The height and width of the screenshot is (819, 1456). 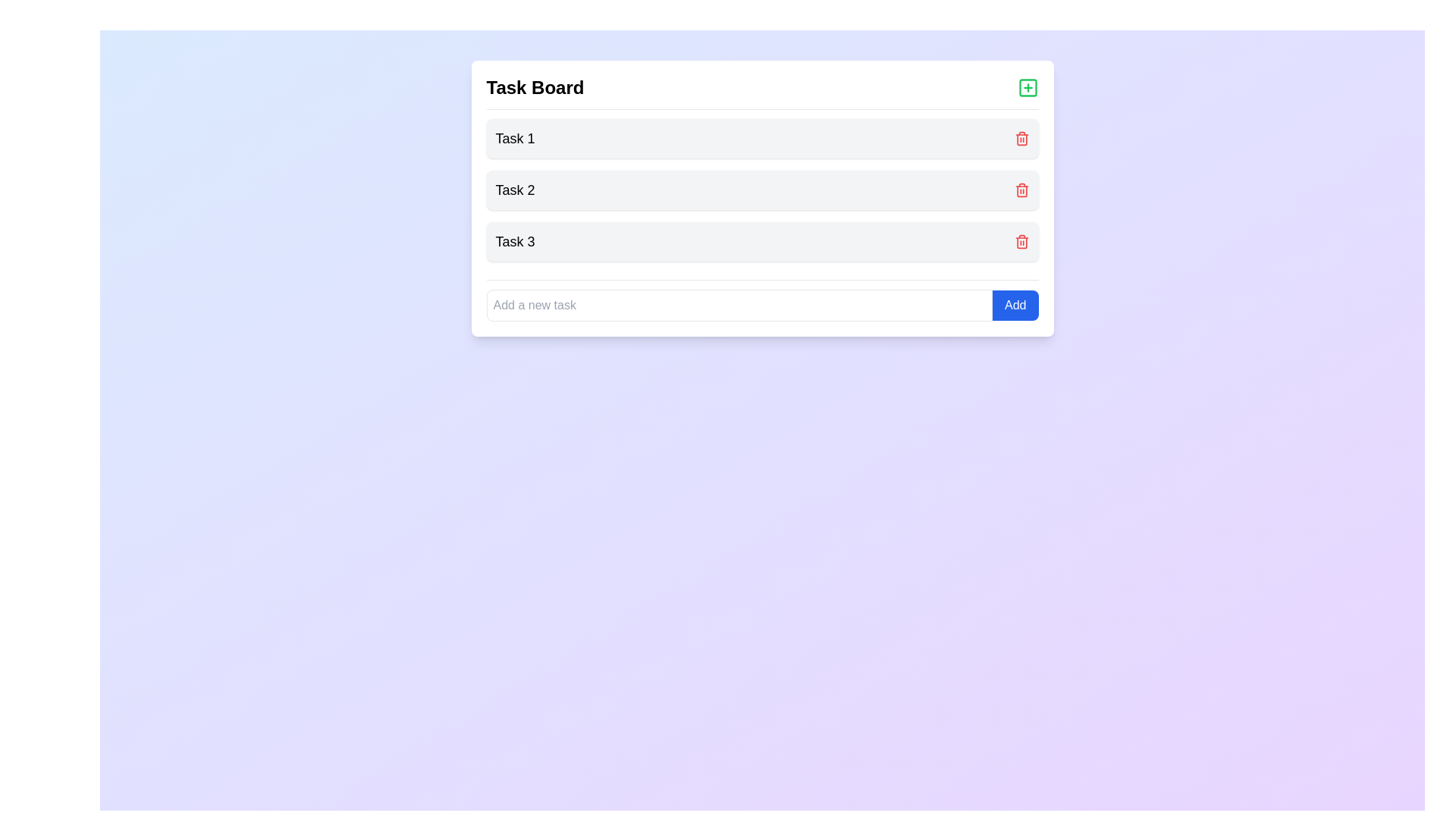 I want to click on the delete button (trash bin icon) for 'Task 2', so click(x=1021, y=190).